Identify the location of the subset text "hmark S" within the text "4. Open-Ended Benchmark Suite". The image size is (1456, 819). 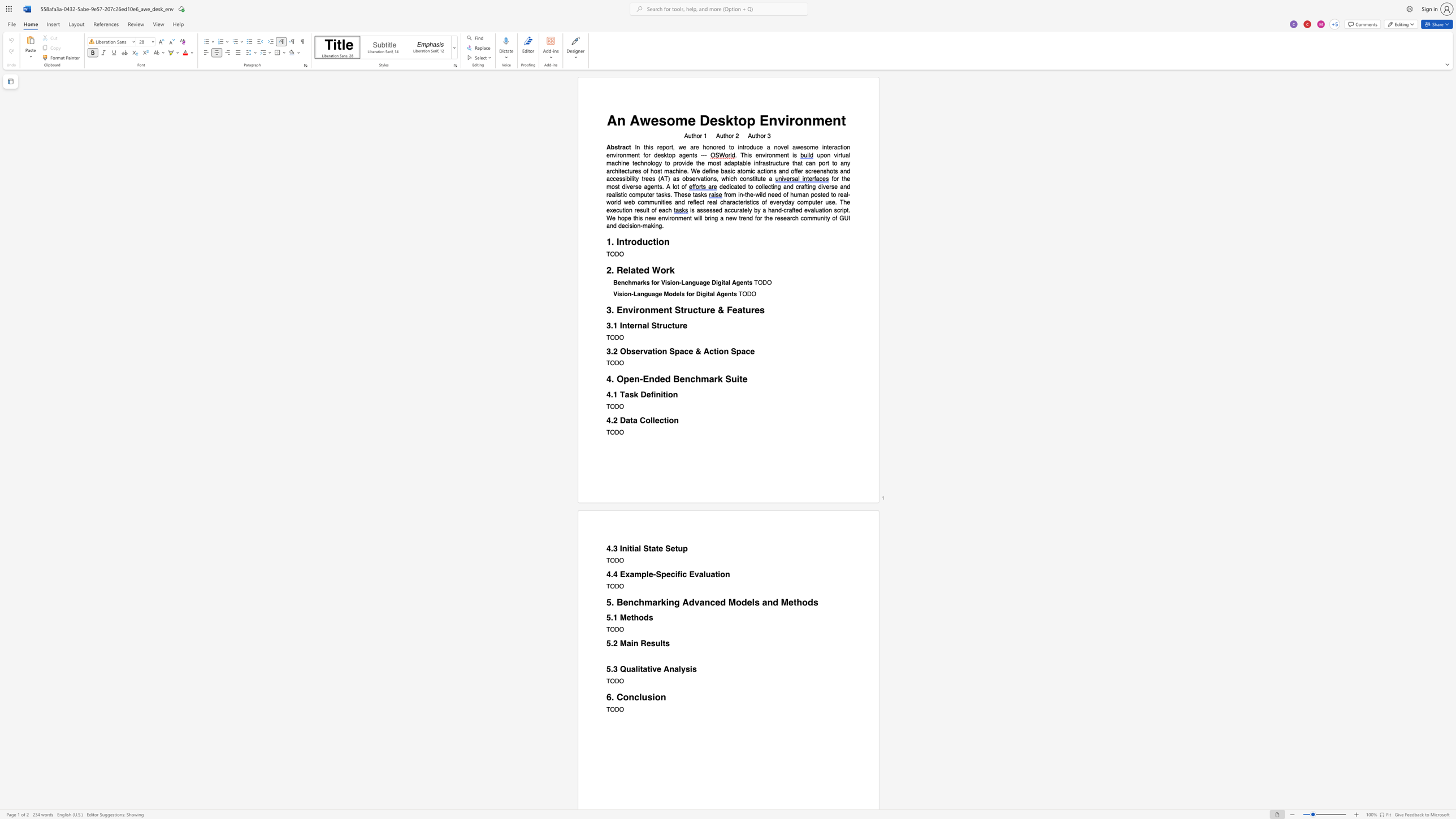
(695, 379).